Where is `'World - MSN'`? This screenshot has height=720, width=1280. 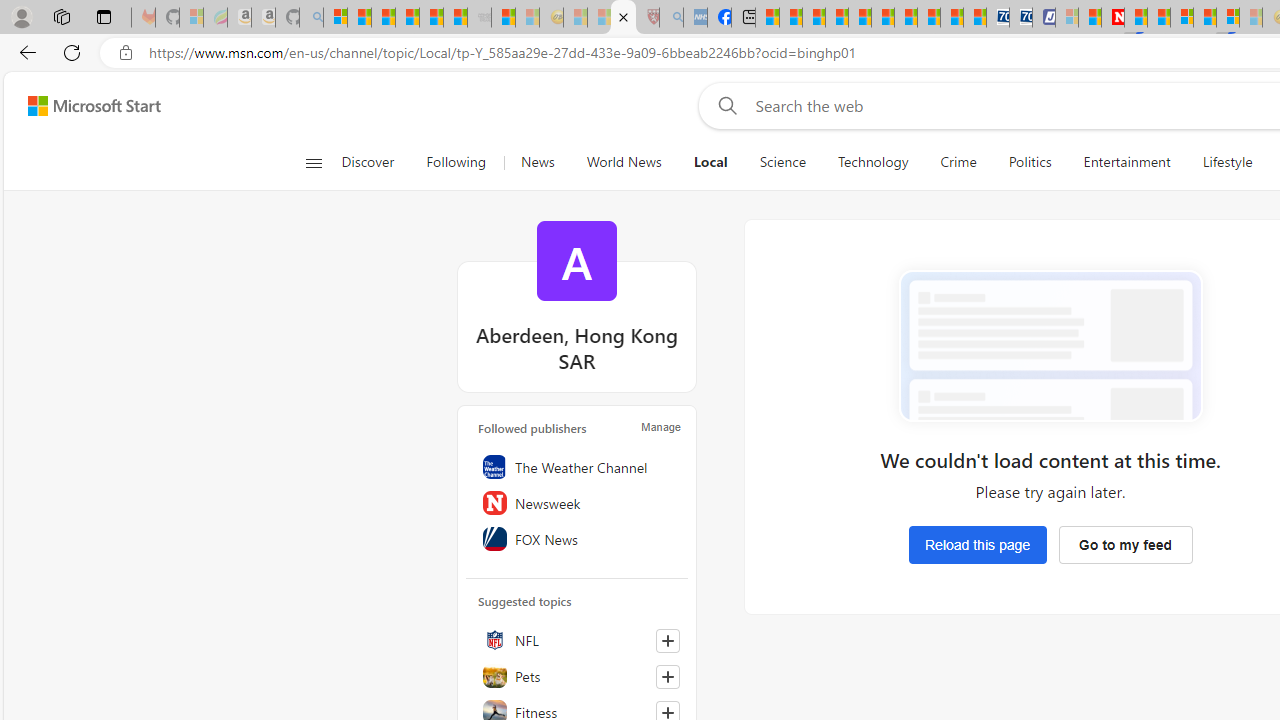
'World - MSN' is located at coordinates (814, 17).